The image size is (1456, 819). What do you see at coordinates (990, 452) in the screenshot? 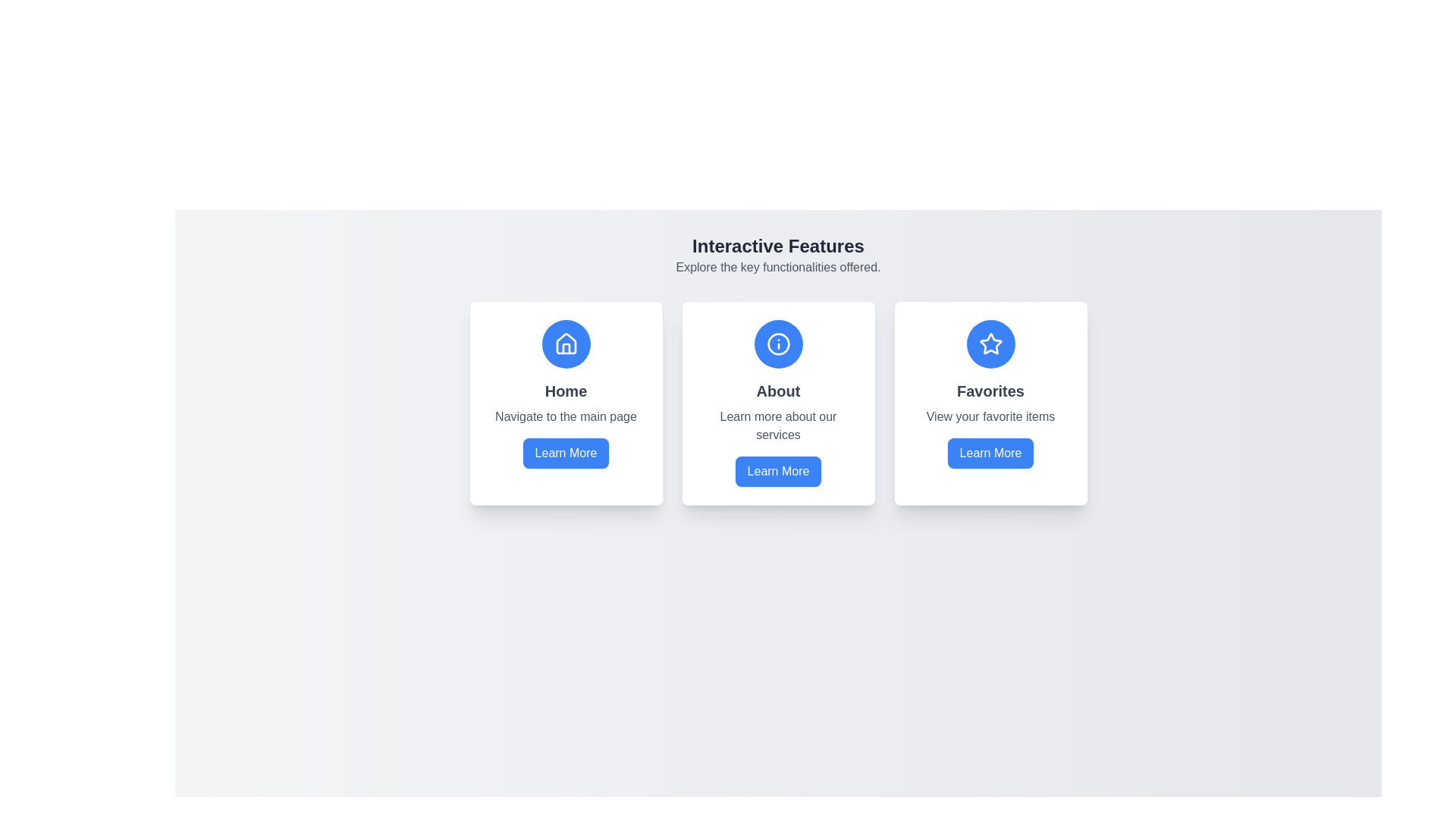
I see `the 'Favorites' button located at the bottom half of the rightmost card under 'Interactive Features' to enable accessibility interaction` at bounding box center [990, 452].